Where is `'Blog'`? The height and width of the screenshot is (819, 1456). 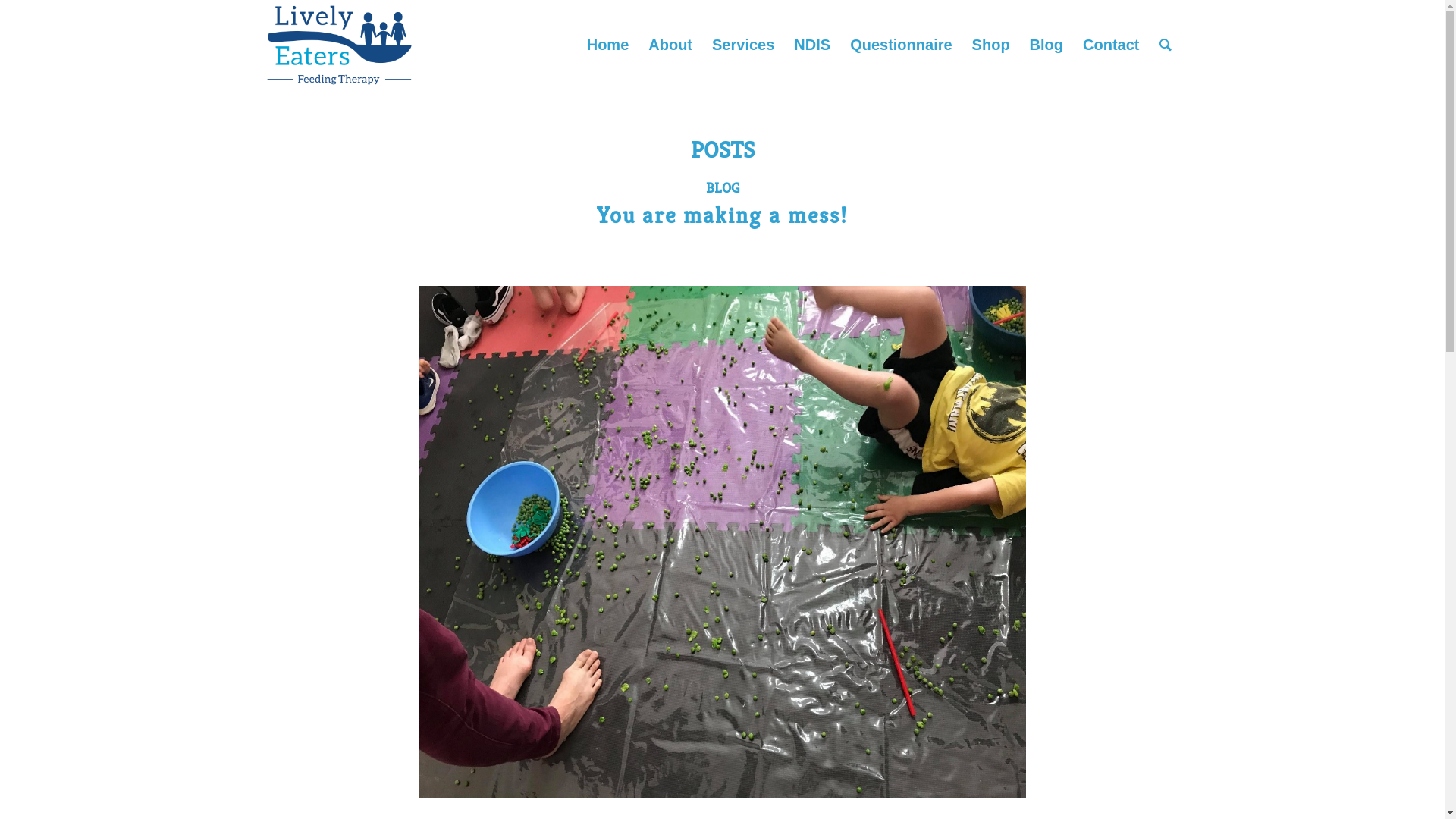 'Blog' is located at coordinates (1046, 43).